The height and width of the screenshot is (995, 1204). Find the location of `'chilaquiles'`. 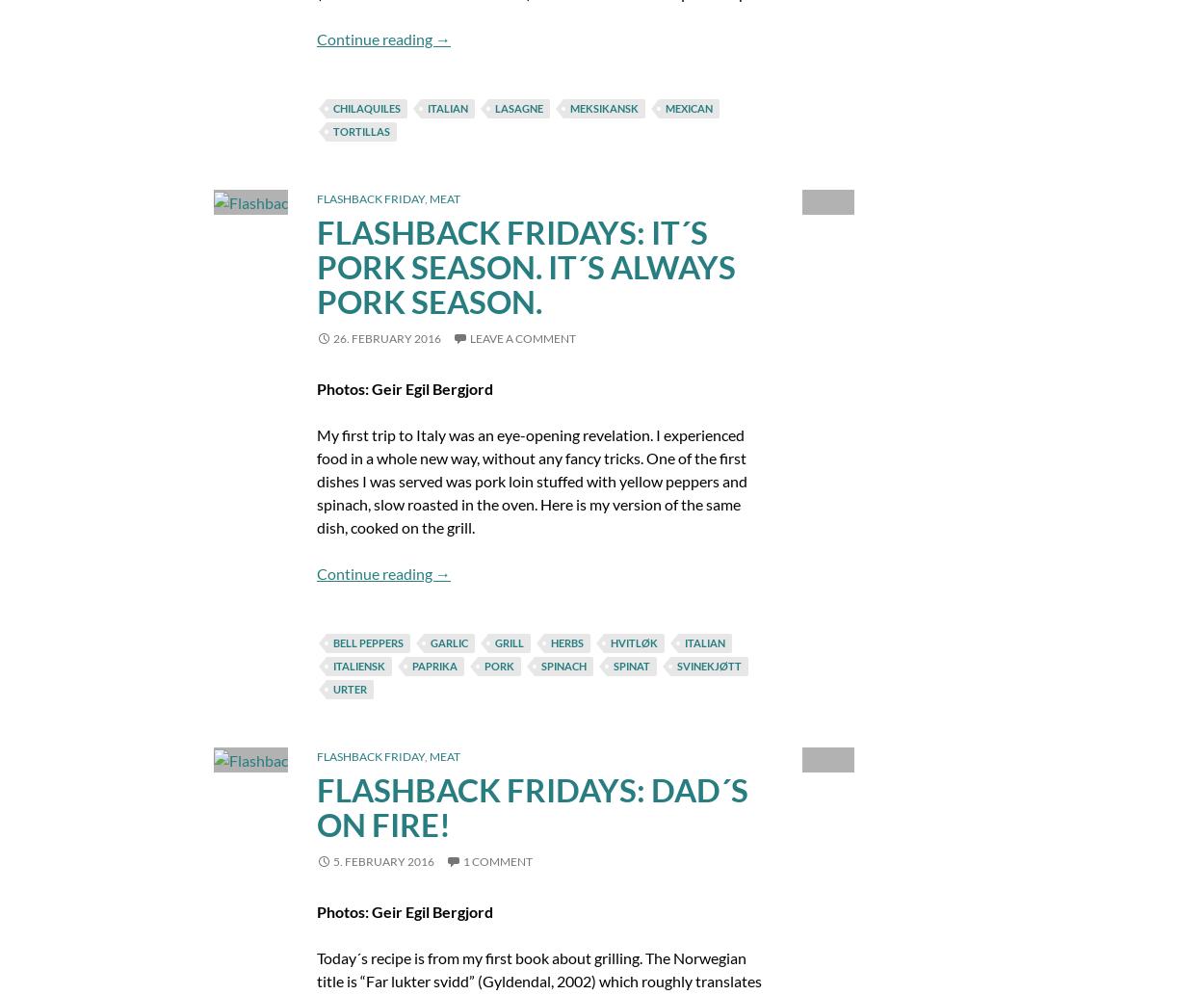

'chilaquiles' is located at coordinates (366, 107).